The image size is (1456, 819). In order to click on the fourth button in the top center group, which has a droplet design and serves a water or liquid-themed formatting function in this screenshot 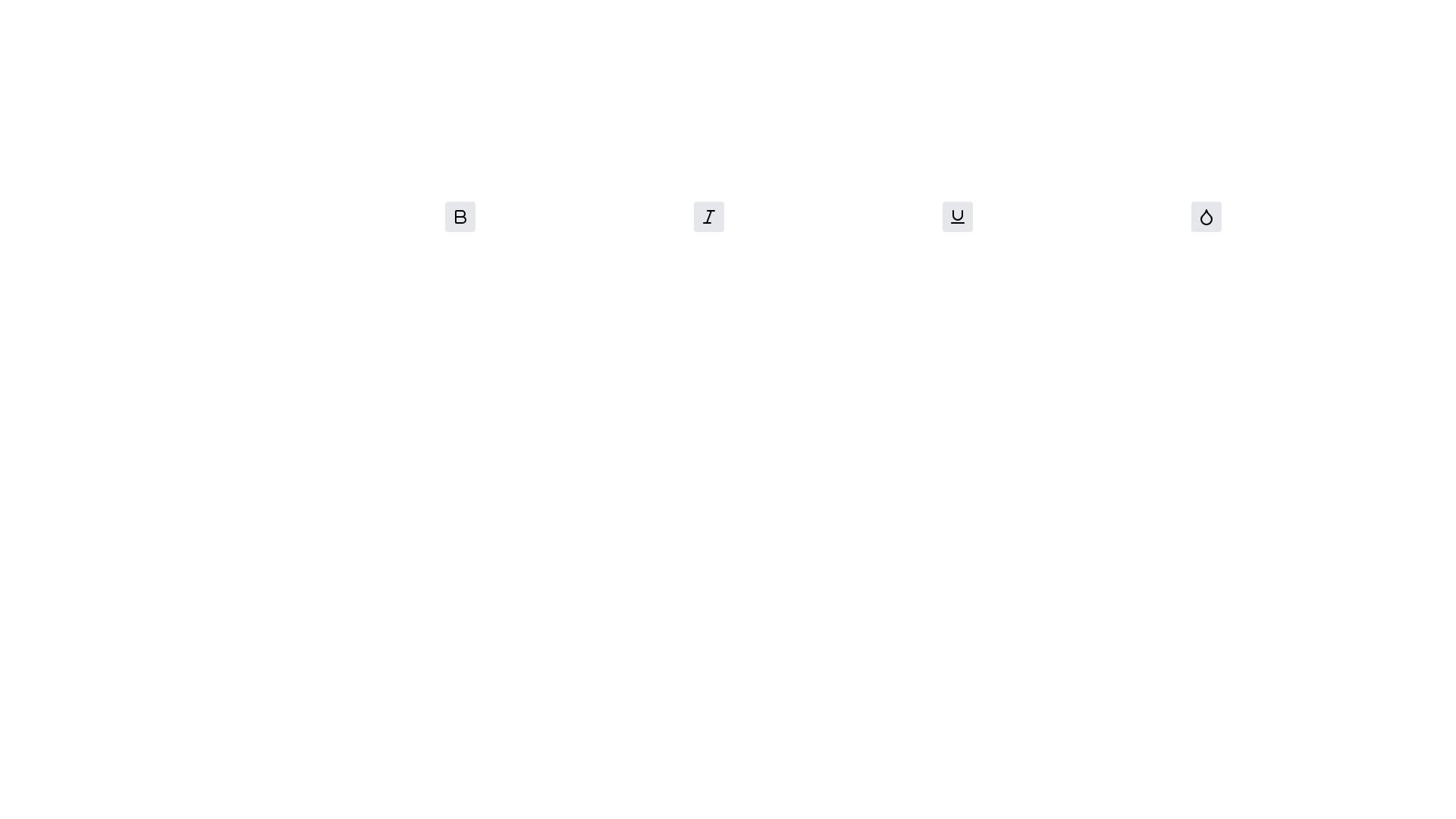, I will do `click(1205, 216)`.